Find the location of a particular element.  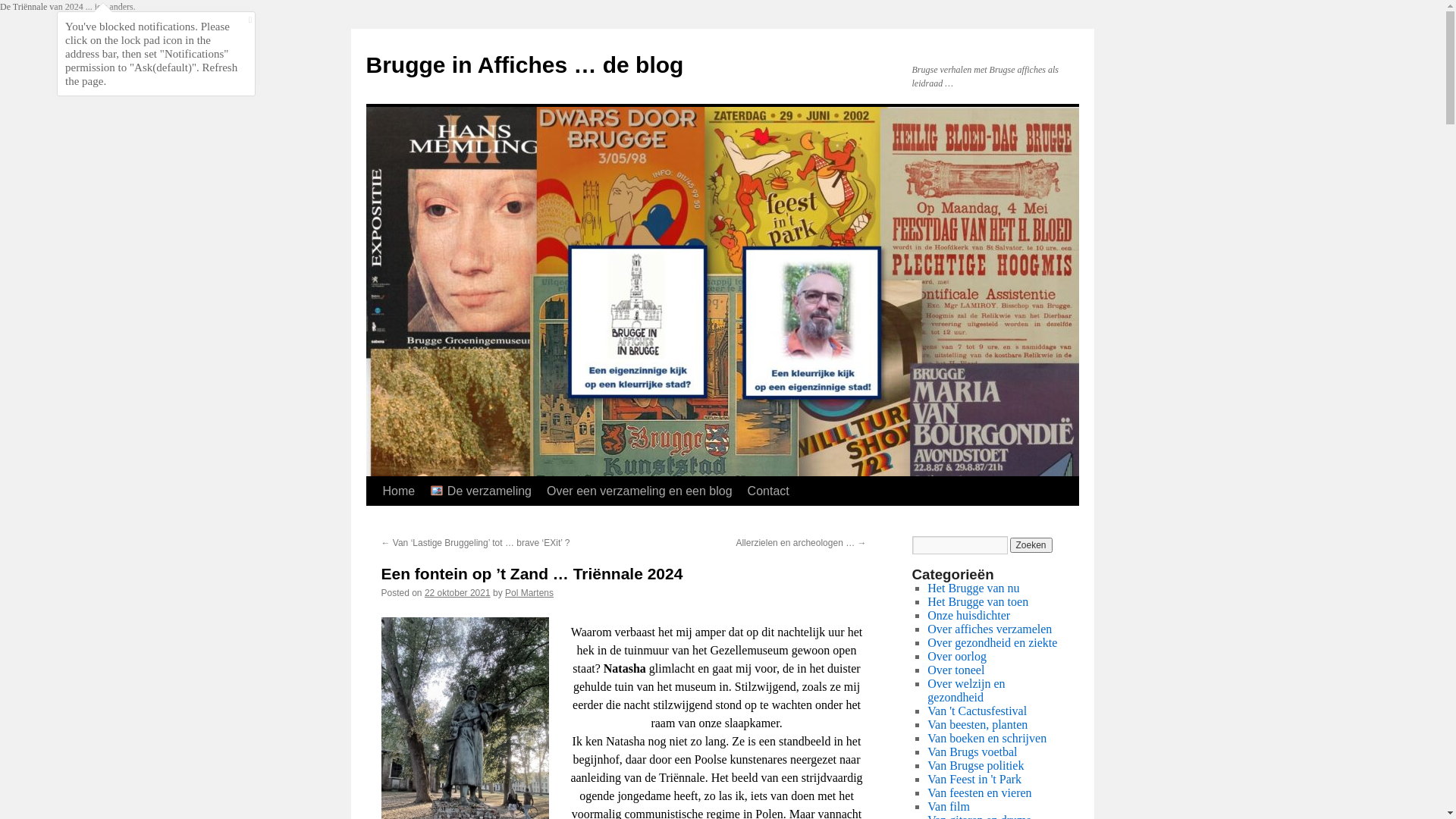

'Over welzijn en gezondheid' is located at coordinates (965, 690).